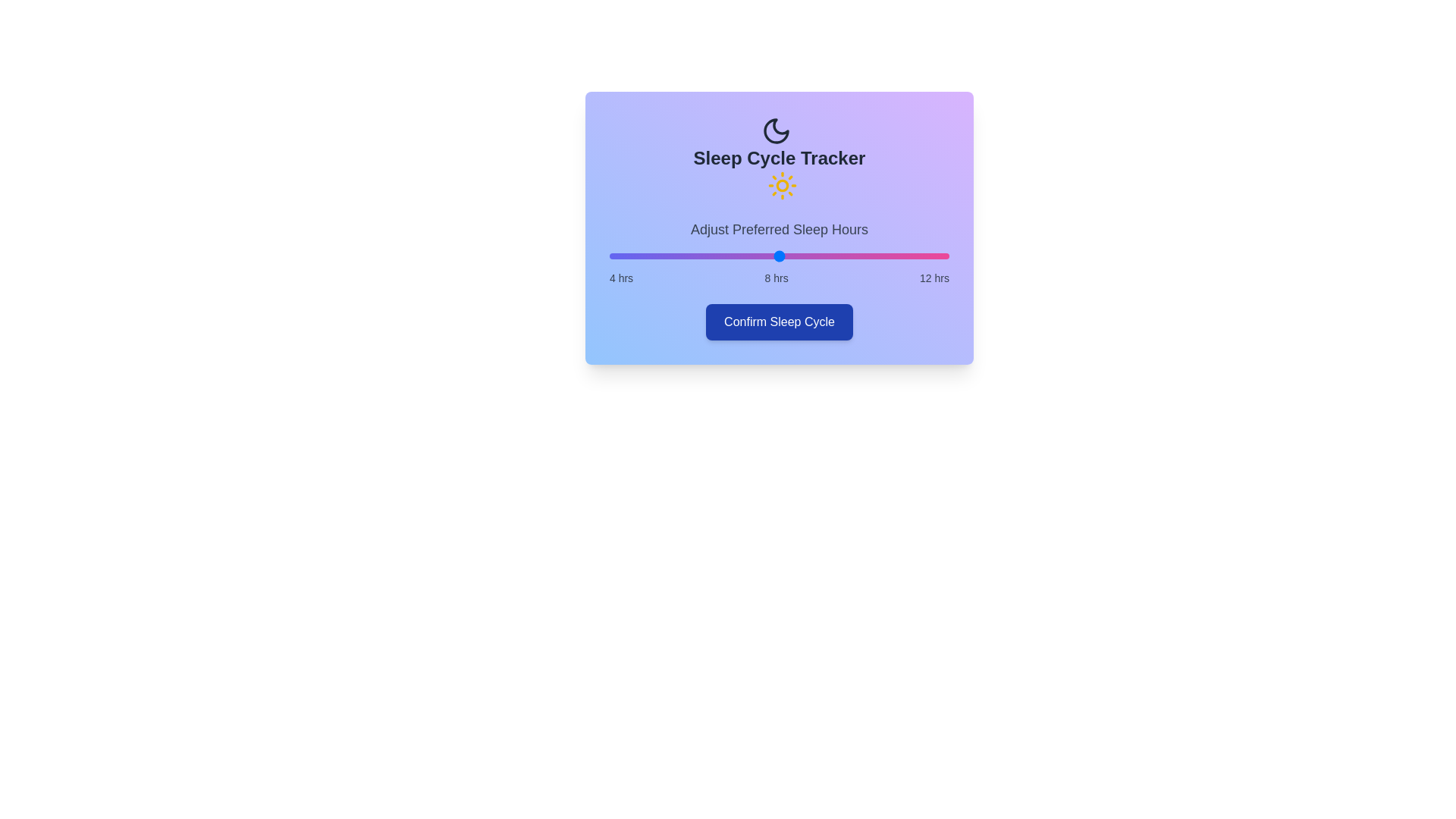 This screenshot has width=1456, height=819. I want to click on the sleep hours slider to 8 hours, so click(779, 256).